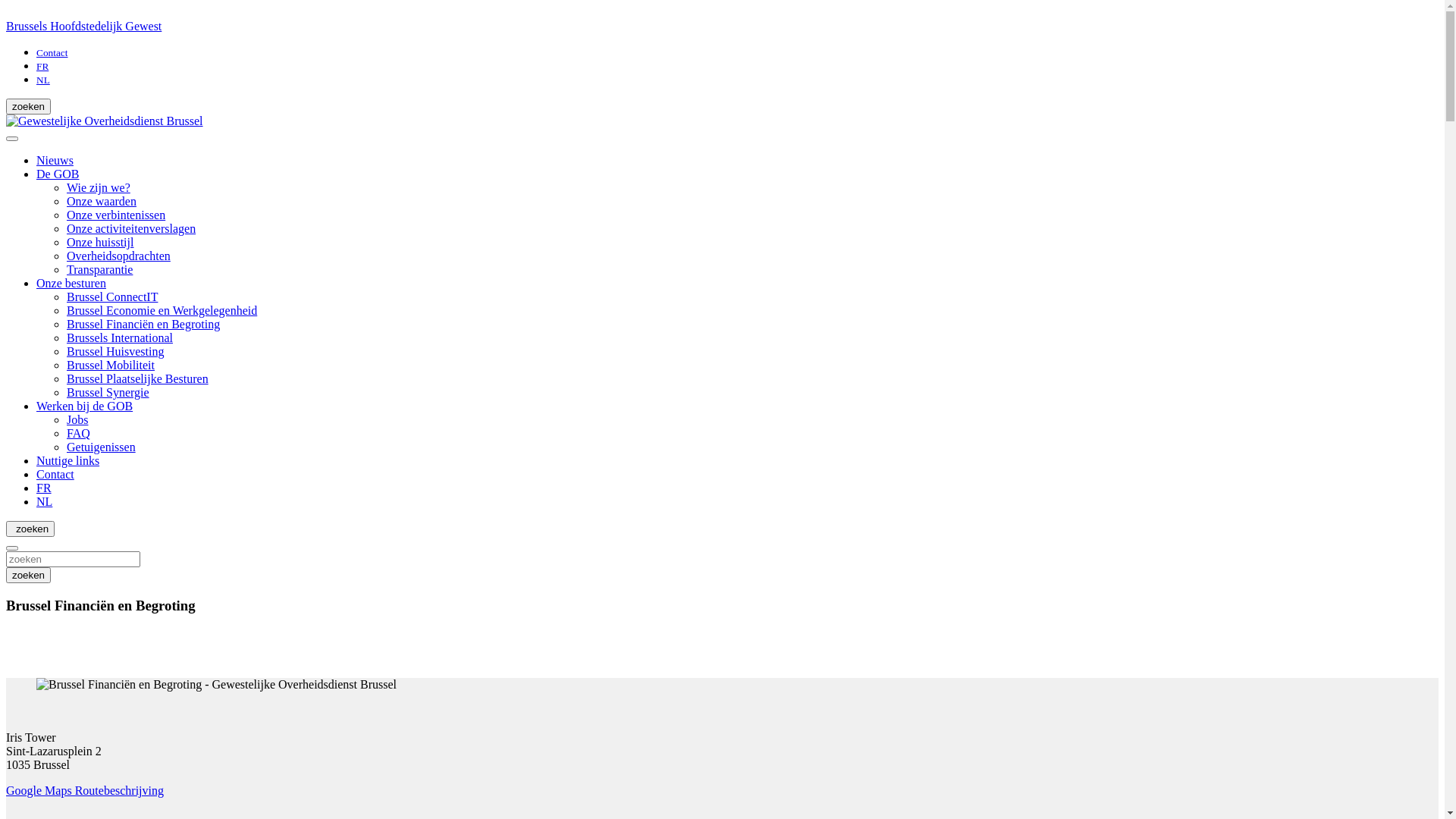  What do you see at coordinates (115, 215) in the screenshot?
I see `'Onze verbintenissen'` at bounding box center [115, 215].